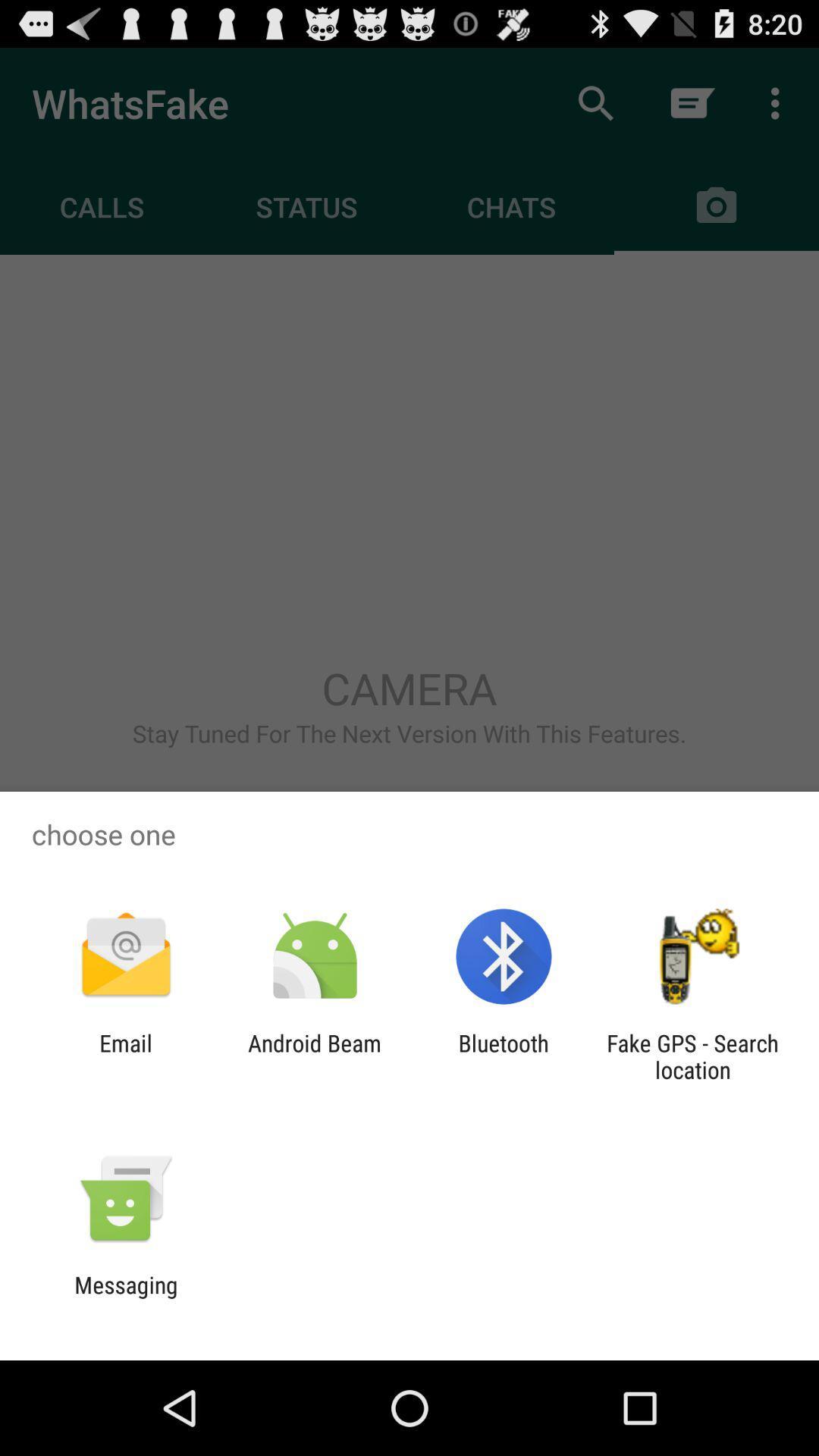  I want to click on the item next to android beam icon, so click(504, 1056).